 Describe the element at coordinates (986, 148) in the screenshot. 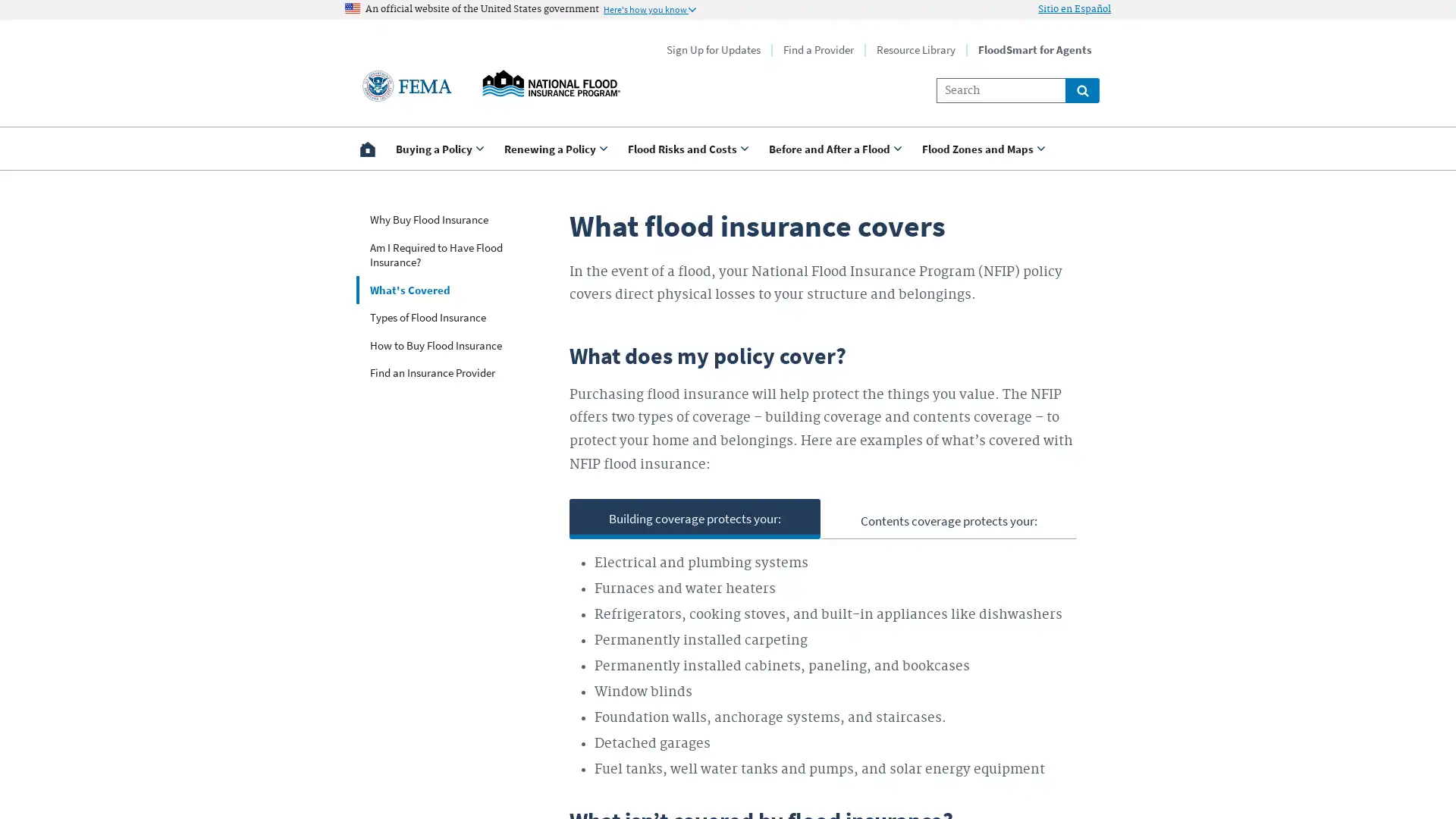

I see `Use <enter> and shift + <enter> to open and close the drop down to sub-menus` at that location.